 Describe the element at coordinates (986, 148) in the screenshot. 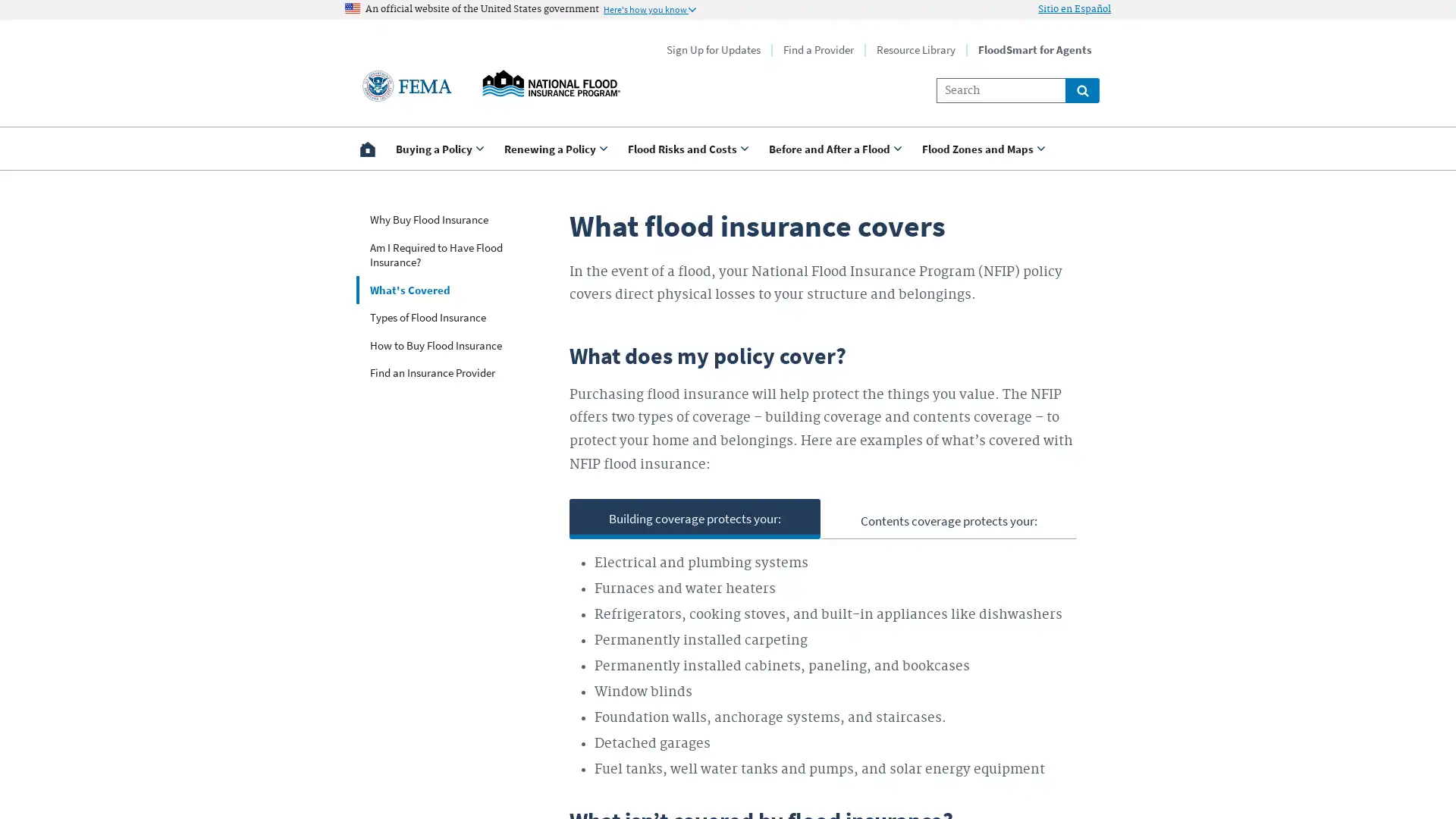

I see `Use <enter> and shift + <enter> to open and close the drop down to sub-menus` at that location.